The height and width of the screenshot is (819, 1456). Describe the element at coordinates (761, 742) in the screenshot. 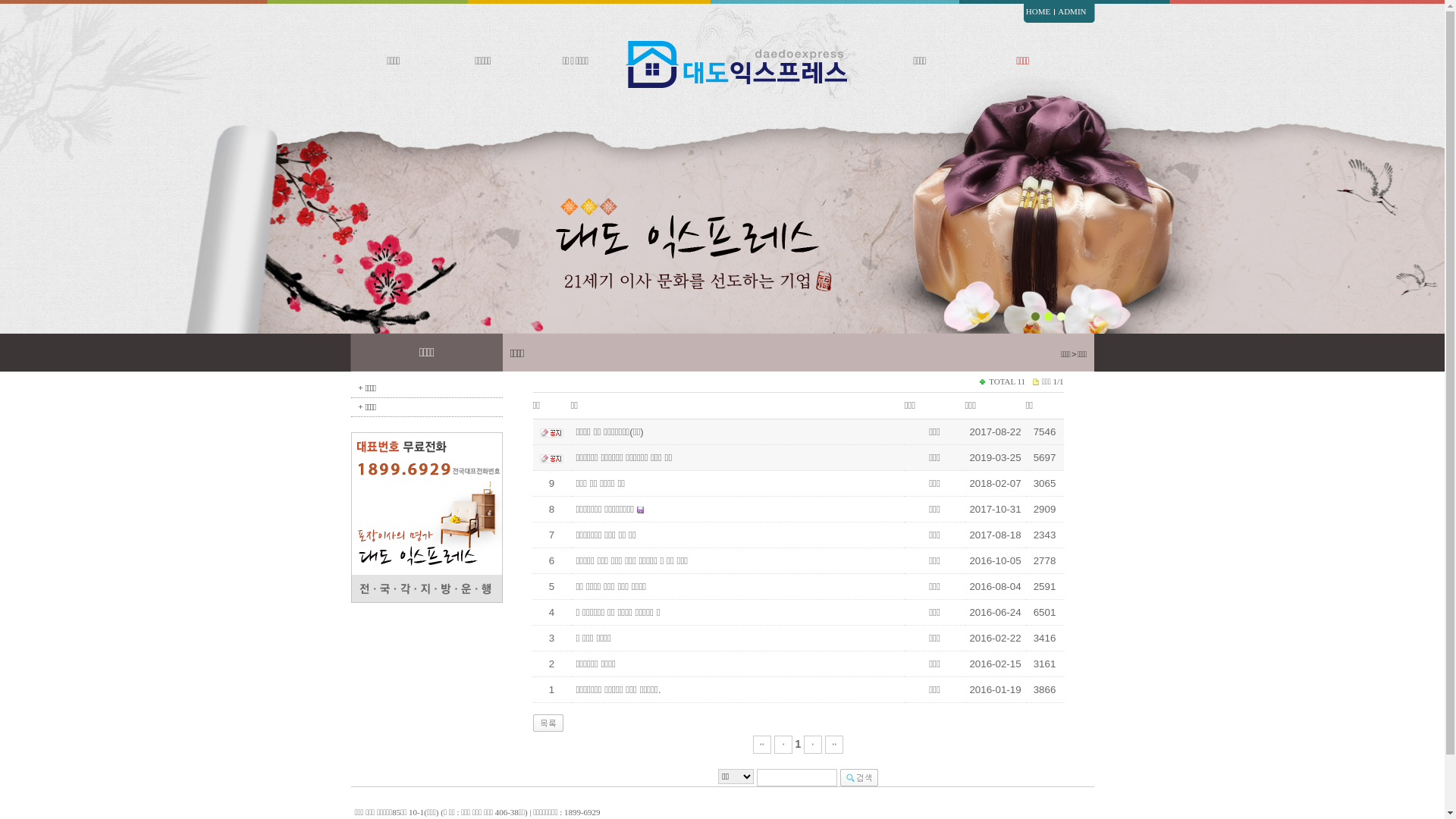

I see `'Go to the first page'` at that location.